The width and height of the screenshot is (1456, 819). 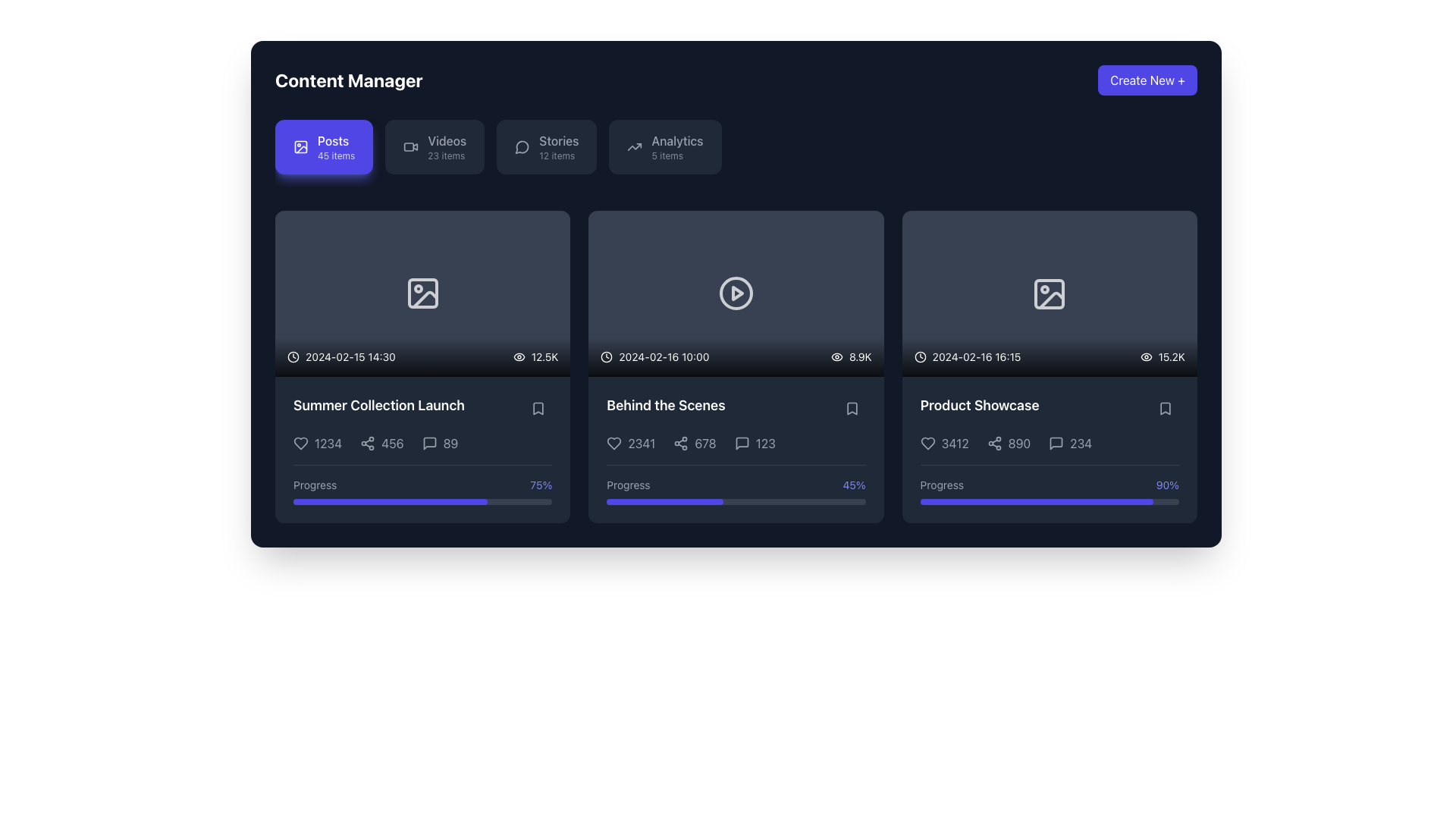 What do you see at coordinates (967, 356) in the screenshot?
I see `the Timestamp display element located near the top of the third card in the Content Manager interface` at bounding box center [967, 356].